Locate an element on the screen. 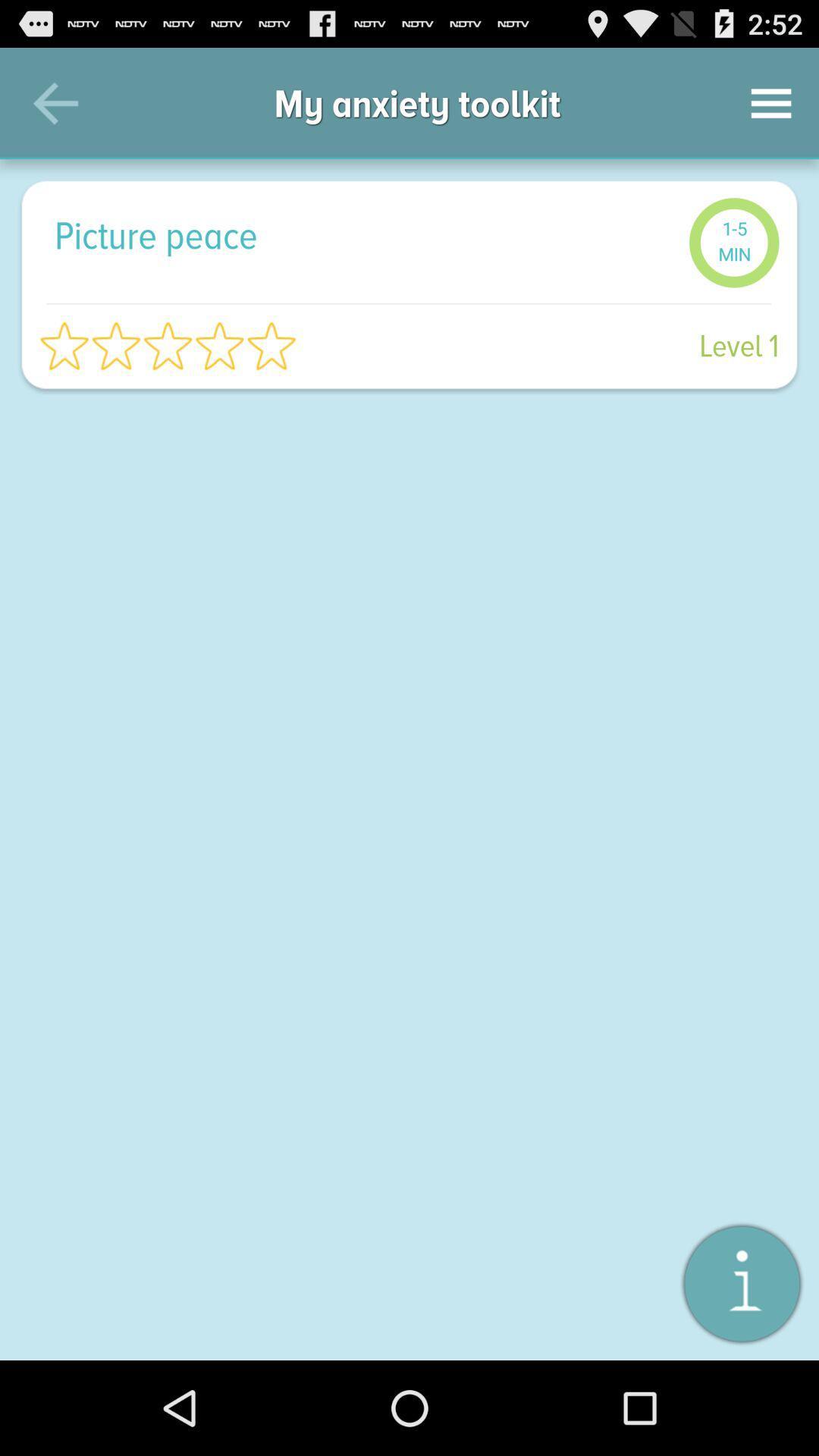 The height and width of the screenshot is (1456, 819). item to the left of level 1 item is located at coordinates (168, 345).